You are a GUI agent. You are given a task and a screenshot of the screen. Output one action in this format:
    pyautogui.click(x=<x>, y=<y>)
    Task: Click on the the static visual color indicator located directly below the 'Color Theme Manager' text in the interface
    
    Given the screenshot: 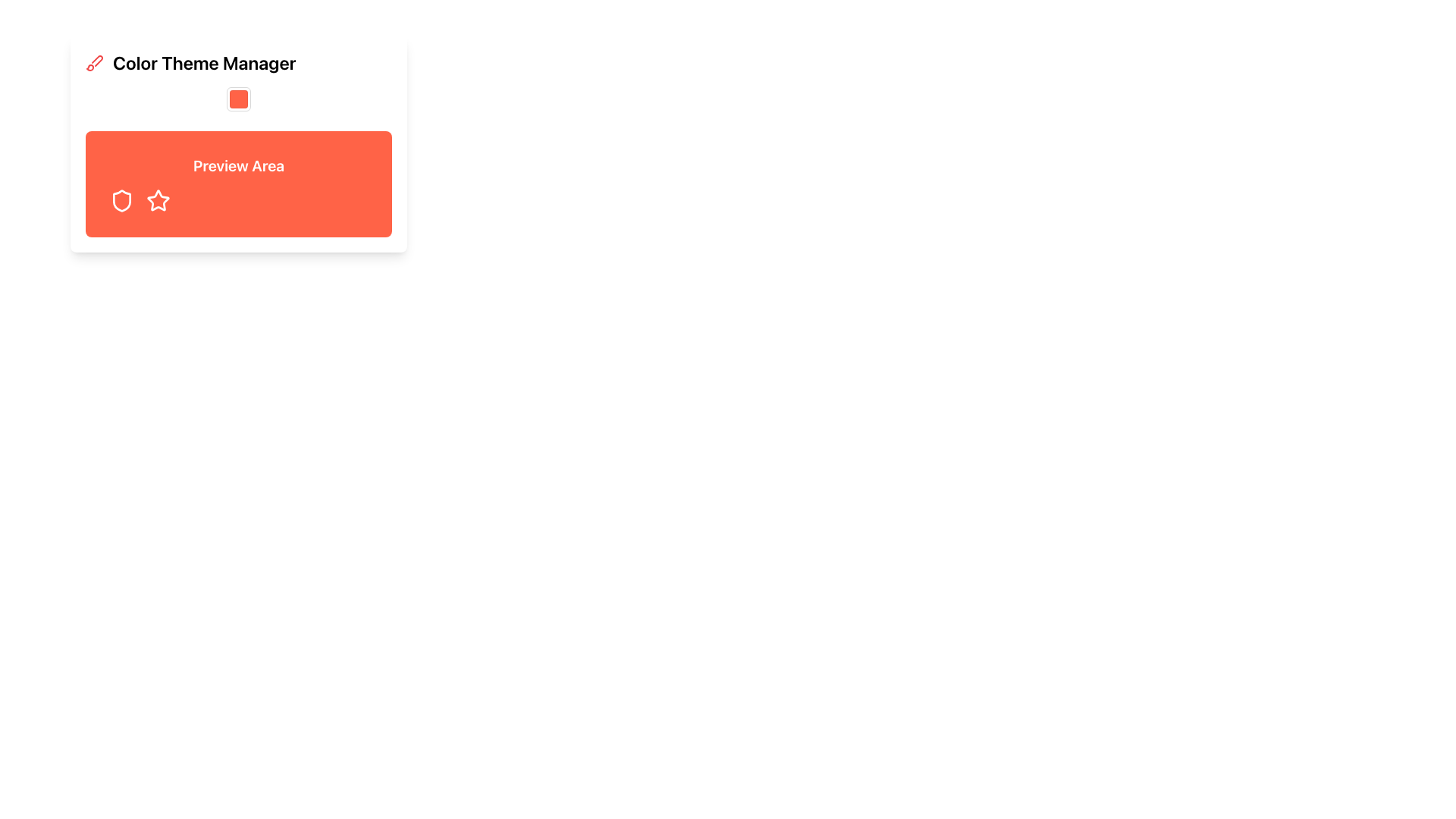 What is the action you would take?
    pyautogui.click(x=238, y=99)
    